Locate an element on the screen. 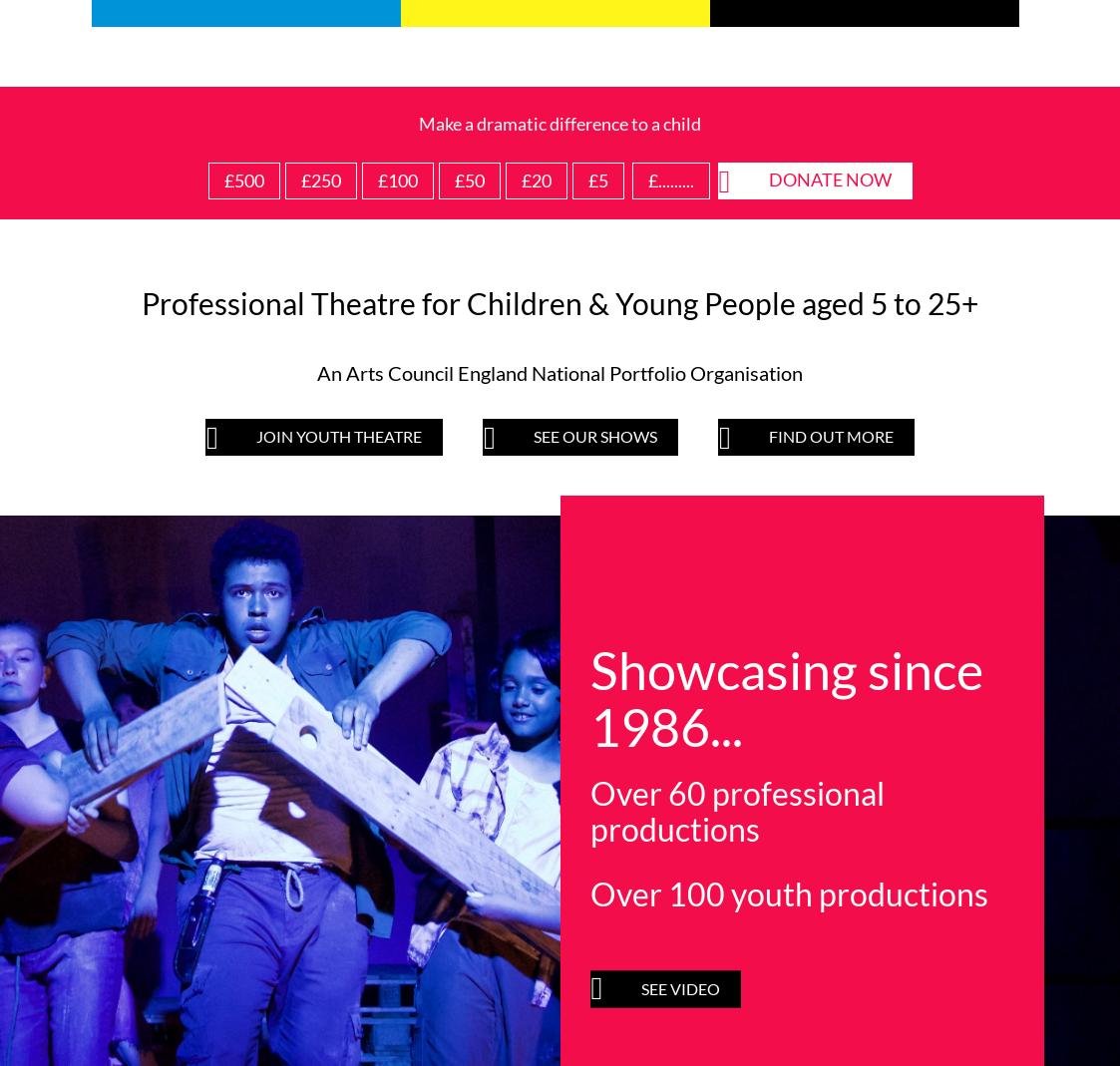  'Professional Theatre for Children & Young People aged 5 to 25+' is located at coordinates (559, 302).